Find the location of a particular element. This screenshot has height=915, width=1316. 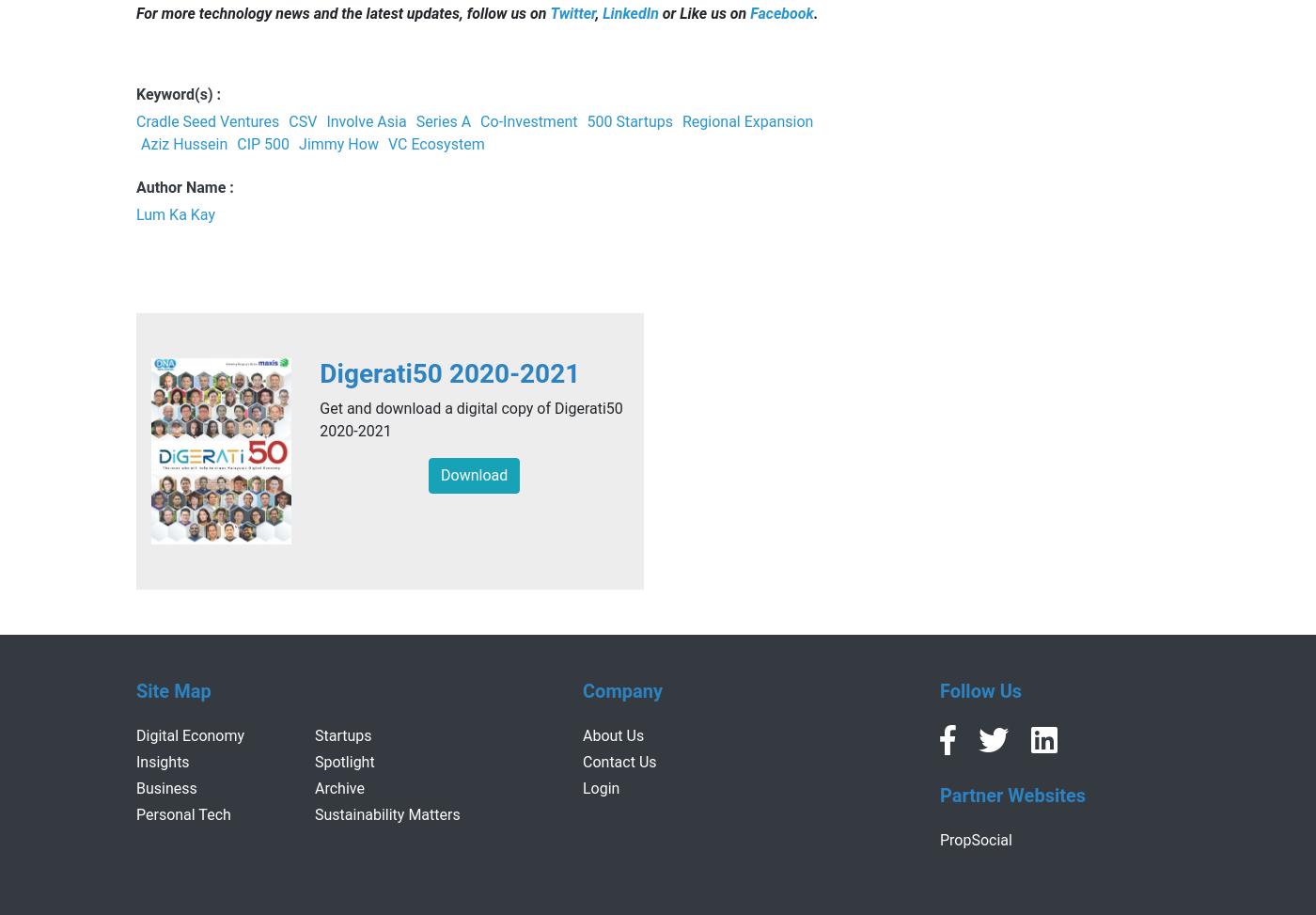

'Follow Us' is located at coordinates (980, 690).